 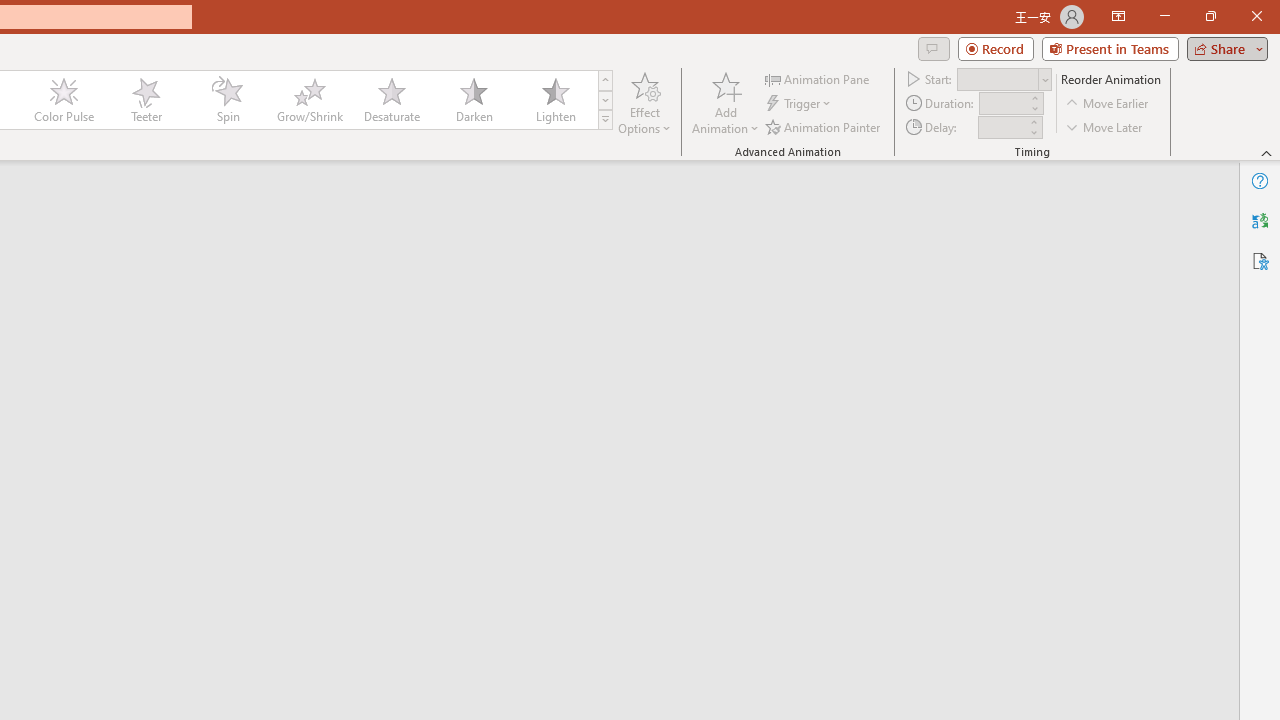 What do you see at coordinates (1106, 103) in the screenshot?
I see `'Move Earlier'` at bounding box center [1106, 103].